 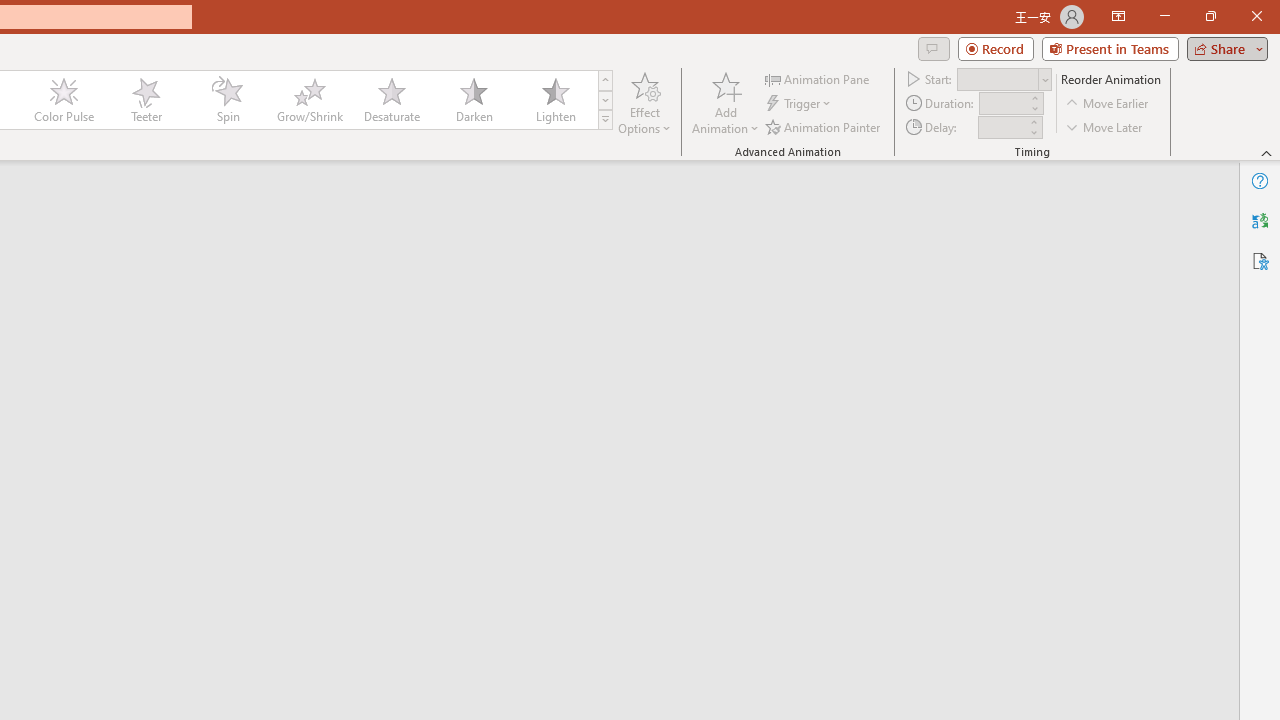 What do you see at coordinates (1106, 103) in the screenshot?
I see `'Move Earlier'` at bounding box center [1106, 103].